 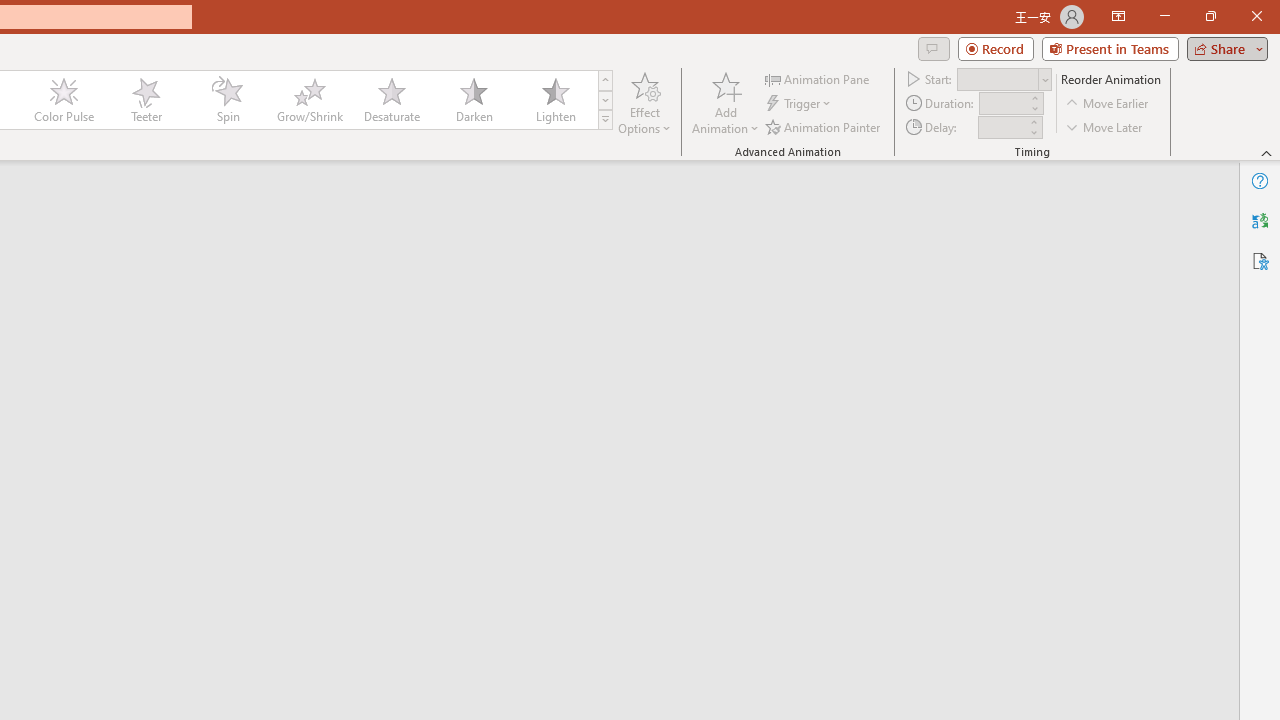 What do you see at coordinates (1106, 103) in the screenshot?
I see `'Move Earlier'` at bounding box center [1106, 103].